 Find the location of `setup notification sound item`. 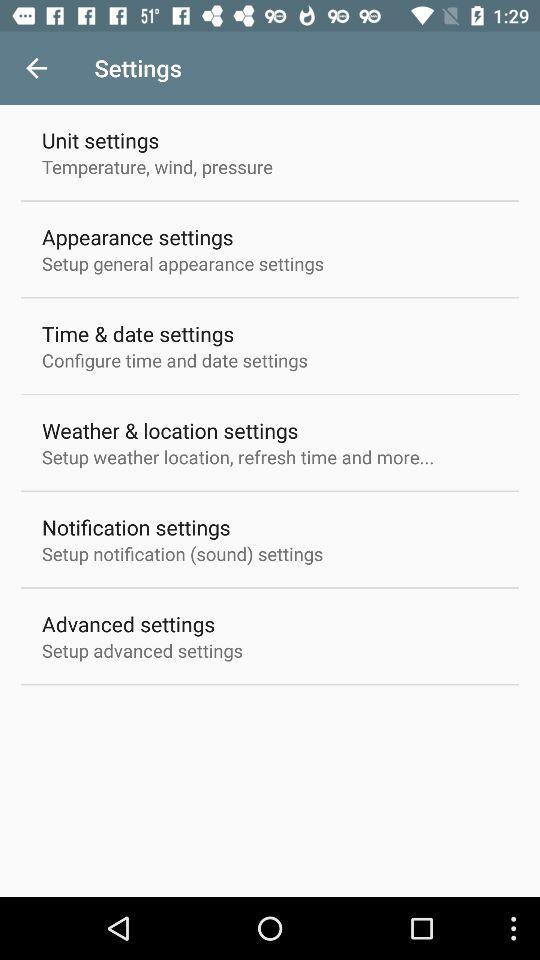

setup notification sound item is located at coordinates (182, 553).